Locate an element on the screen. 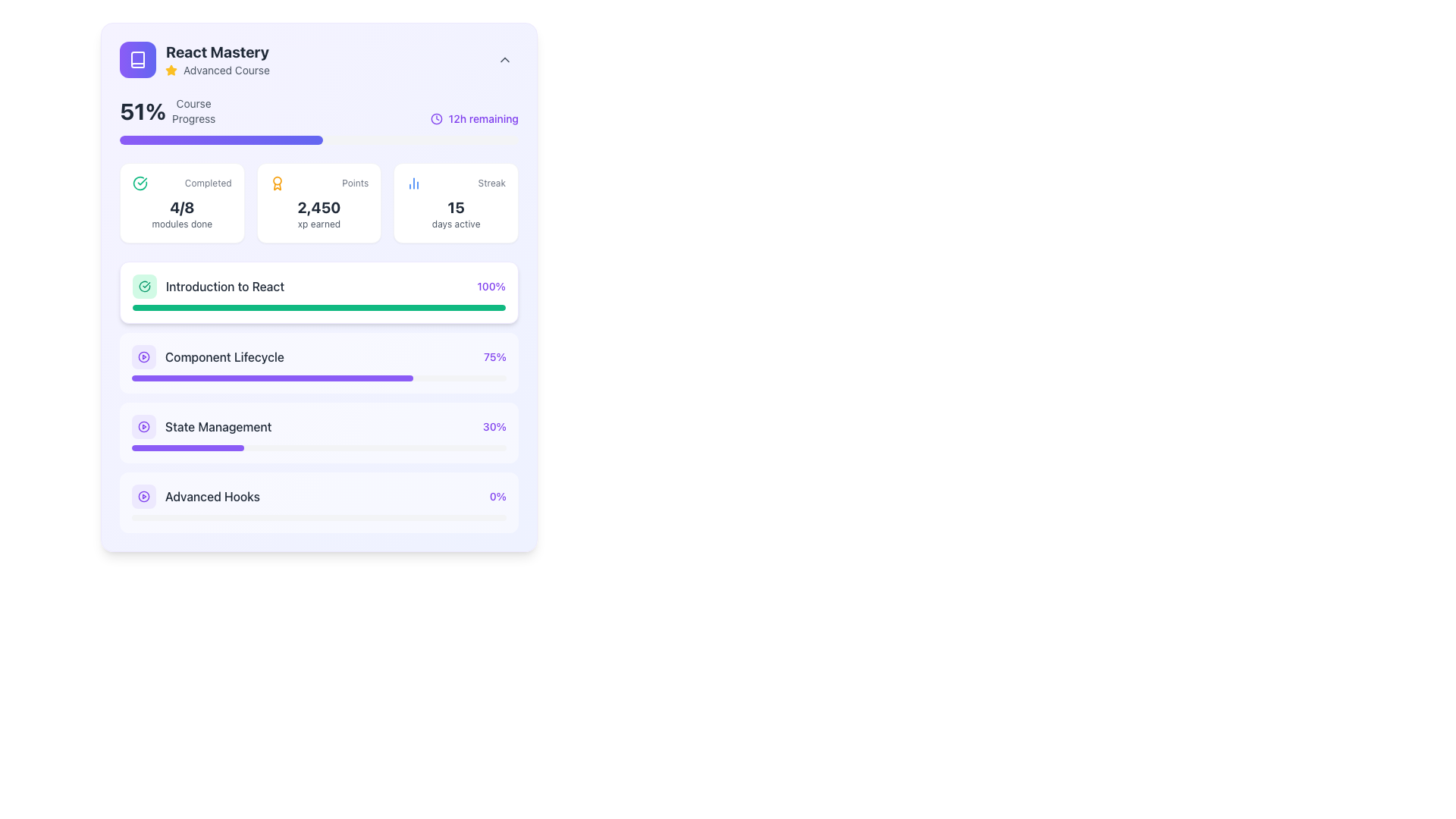 The image size is (1456, 819). the small circular button with a violet background and a play symbol located at the beginning of the 'State Management' row to proceed is located at coordinates (144, 427).